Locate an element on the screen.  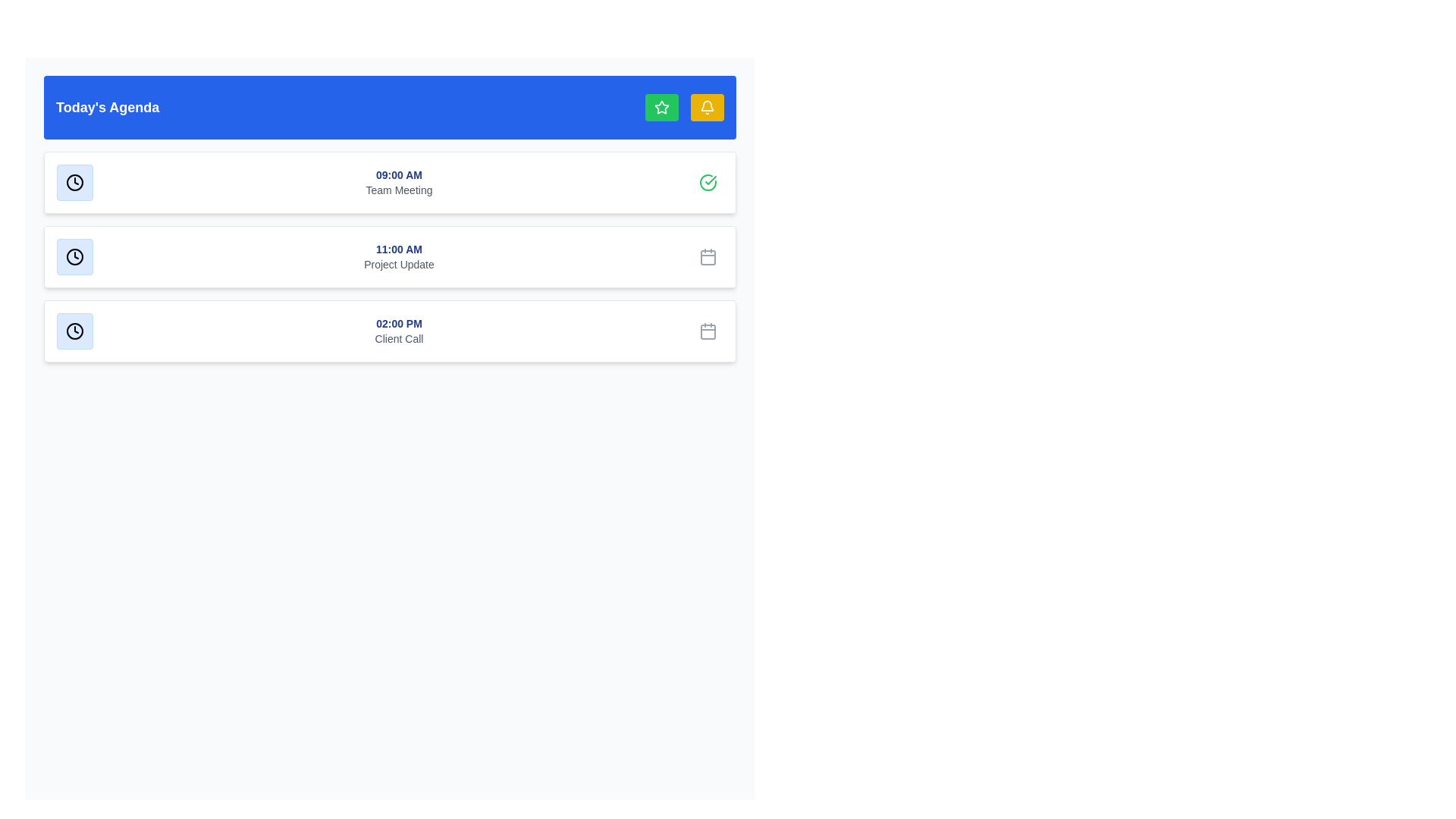
the star-shaped green icon with a white border located in the top-right section of the interface is located at coordinates (662, 106).